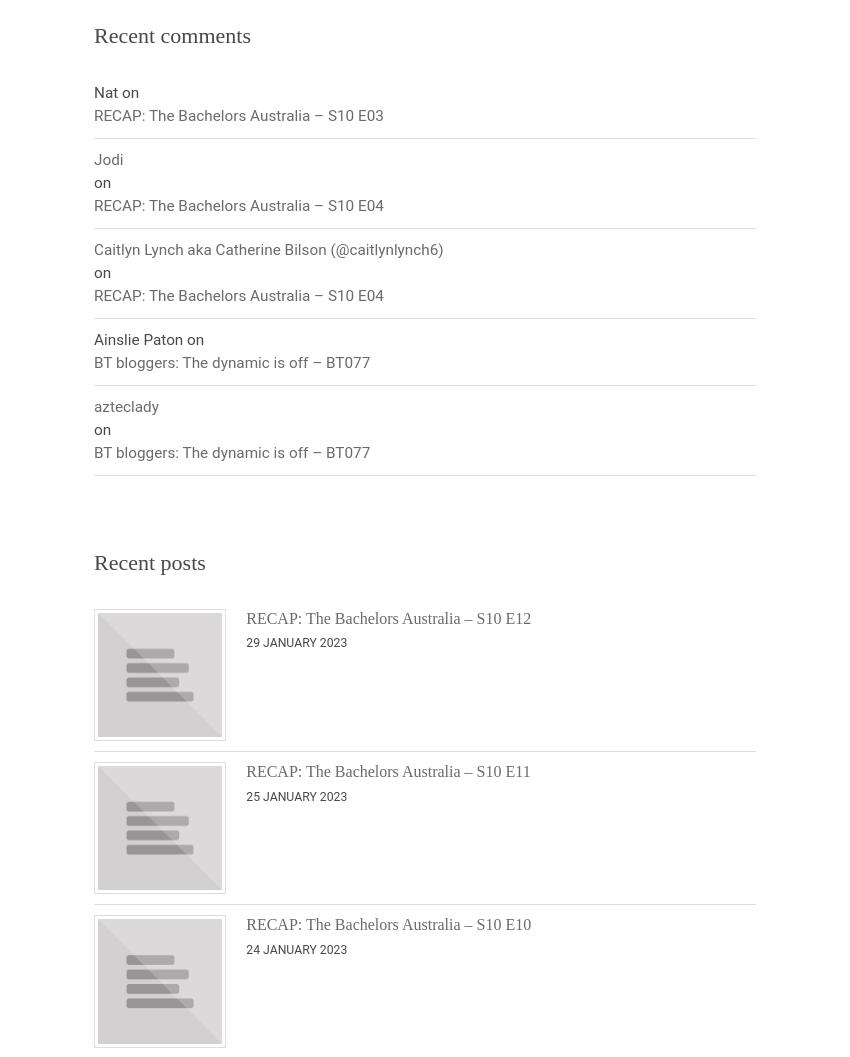 This screenshot has width=850, height=1057. I want to click on 'Recent comments', so click(93, 35).